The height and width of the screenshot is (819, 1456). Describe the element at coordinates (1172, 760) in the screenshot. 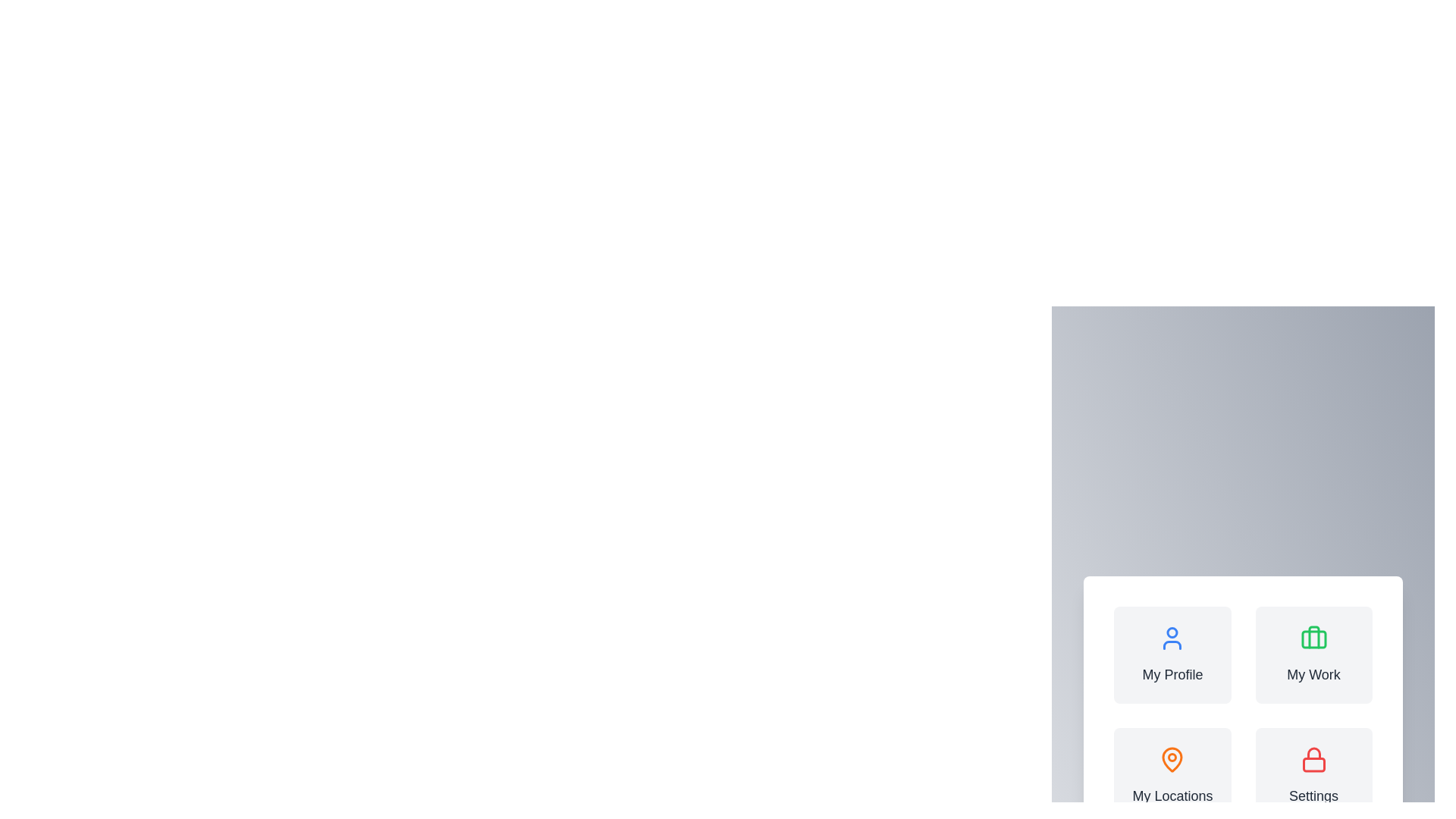

I see `the location-related icon in the 'My Locations' section, positioned in the lower left quadrant of the grid, above its text label` at that location.